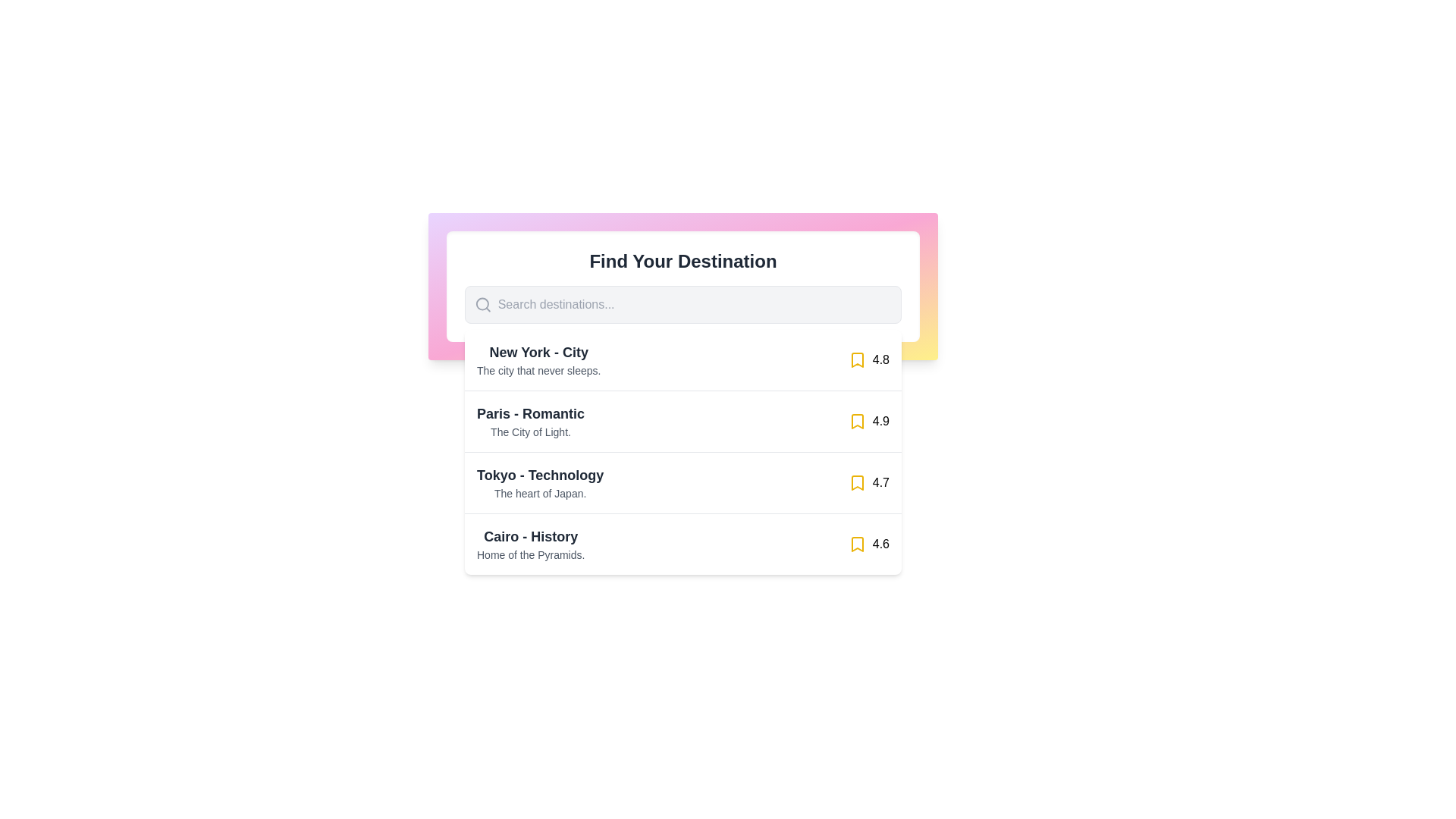 This screenshot has height=819, width=1456. Describe the element at coordinates (868, 421) in the screenshot. I see `numerical display element showing '4.9' next to a yellow bookmark icon, located in the second row under 'Paris - Romantic'` at that location.